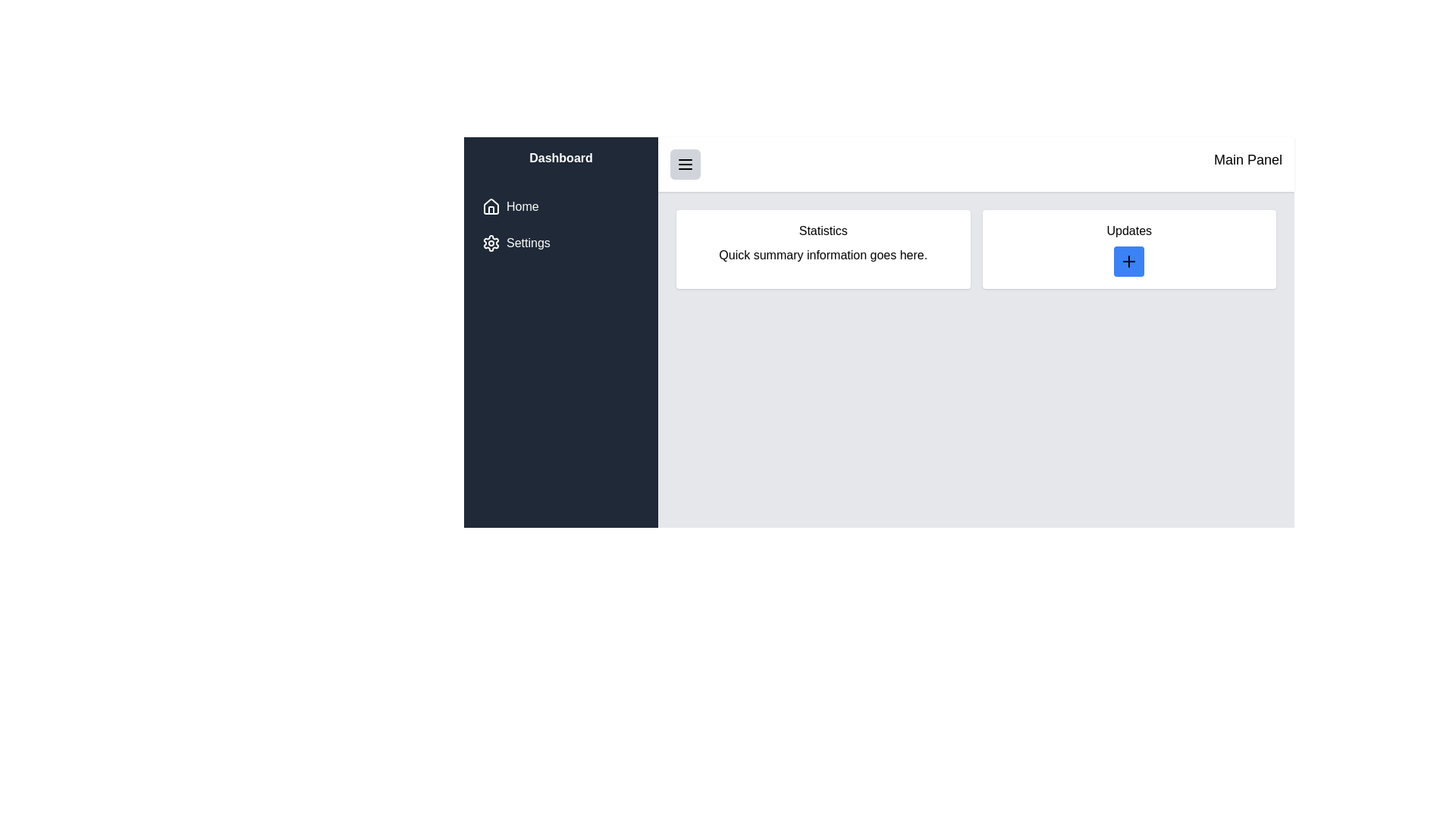  What do you see at coordinates (522, 207) in the screenshot?
I see `the 'Home' text label in the left sidebar` at bounding box center [522, 207].